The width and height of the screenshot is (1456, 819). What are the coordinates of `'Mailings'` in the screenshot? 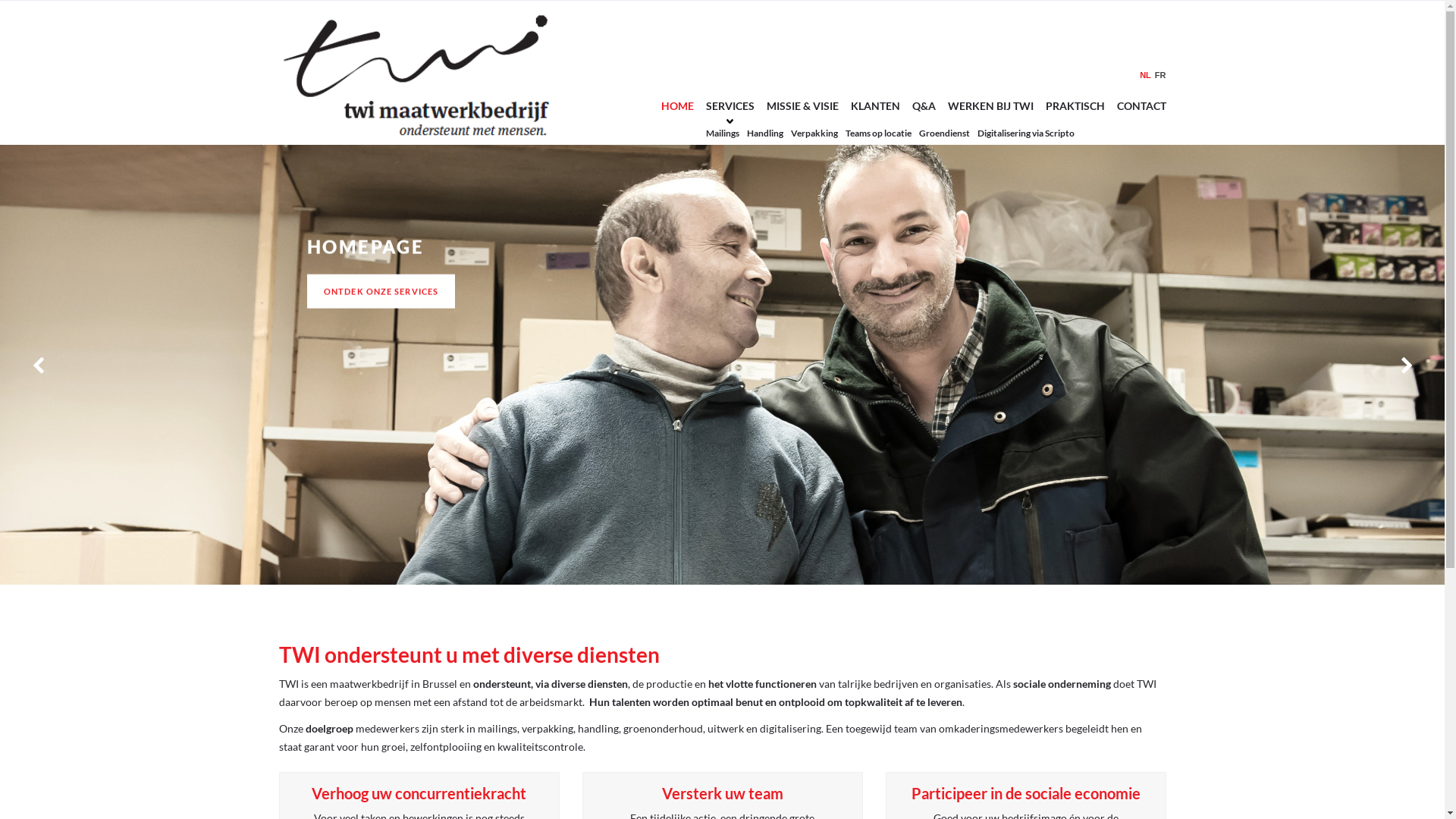 It's located at (704, 131).